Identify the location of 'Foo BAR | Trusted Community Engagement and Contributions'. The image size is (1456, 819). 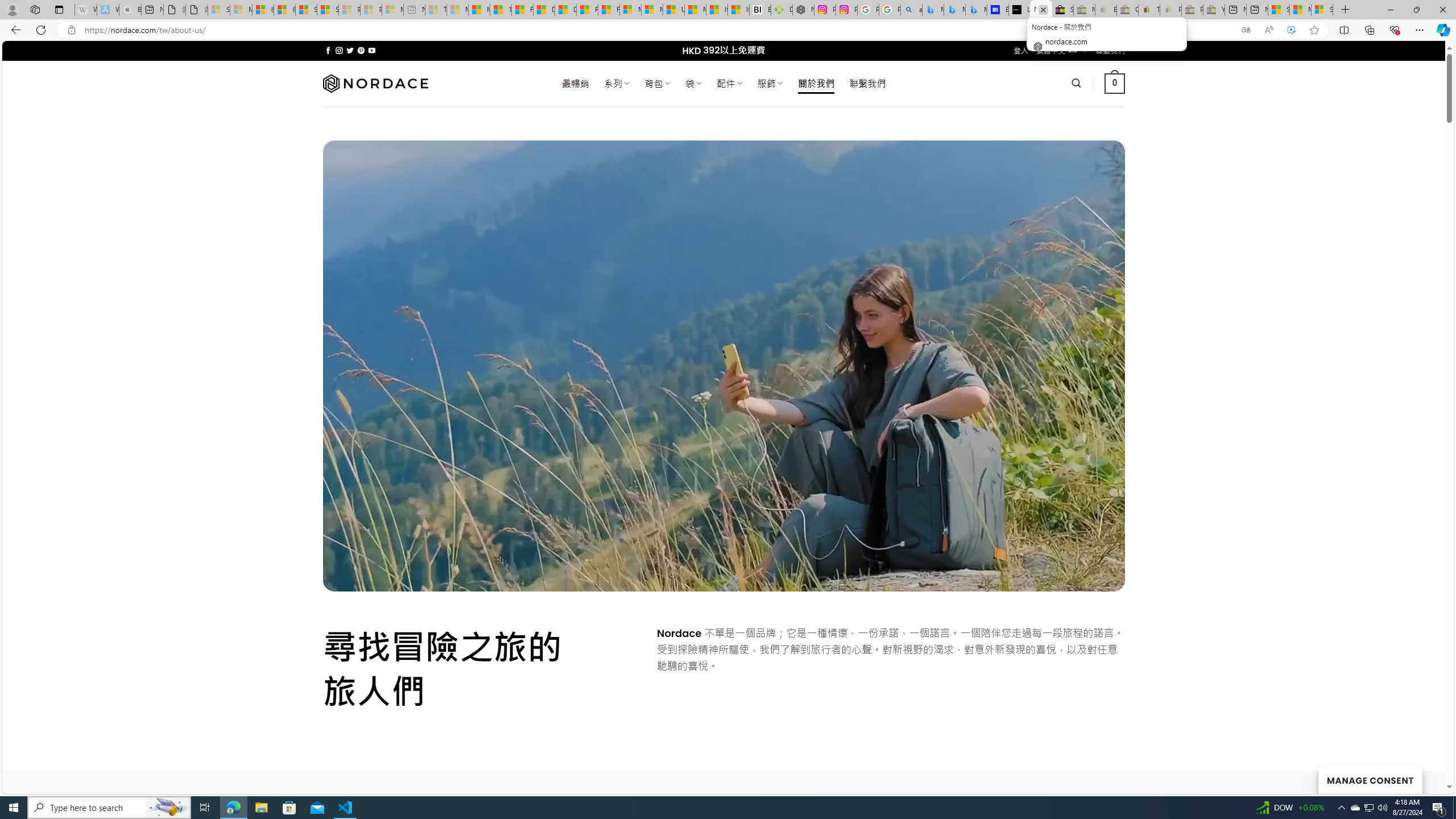
(608, 9).